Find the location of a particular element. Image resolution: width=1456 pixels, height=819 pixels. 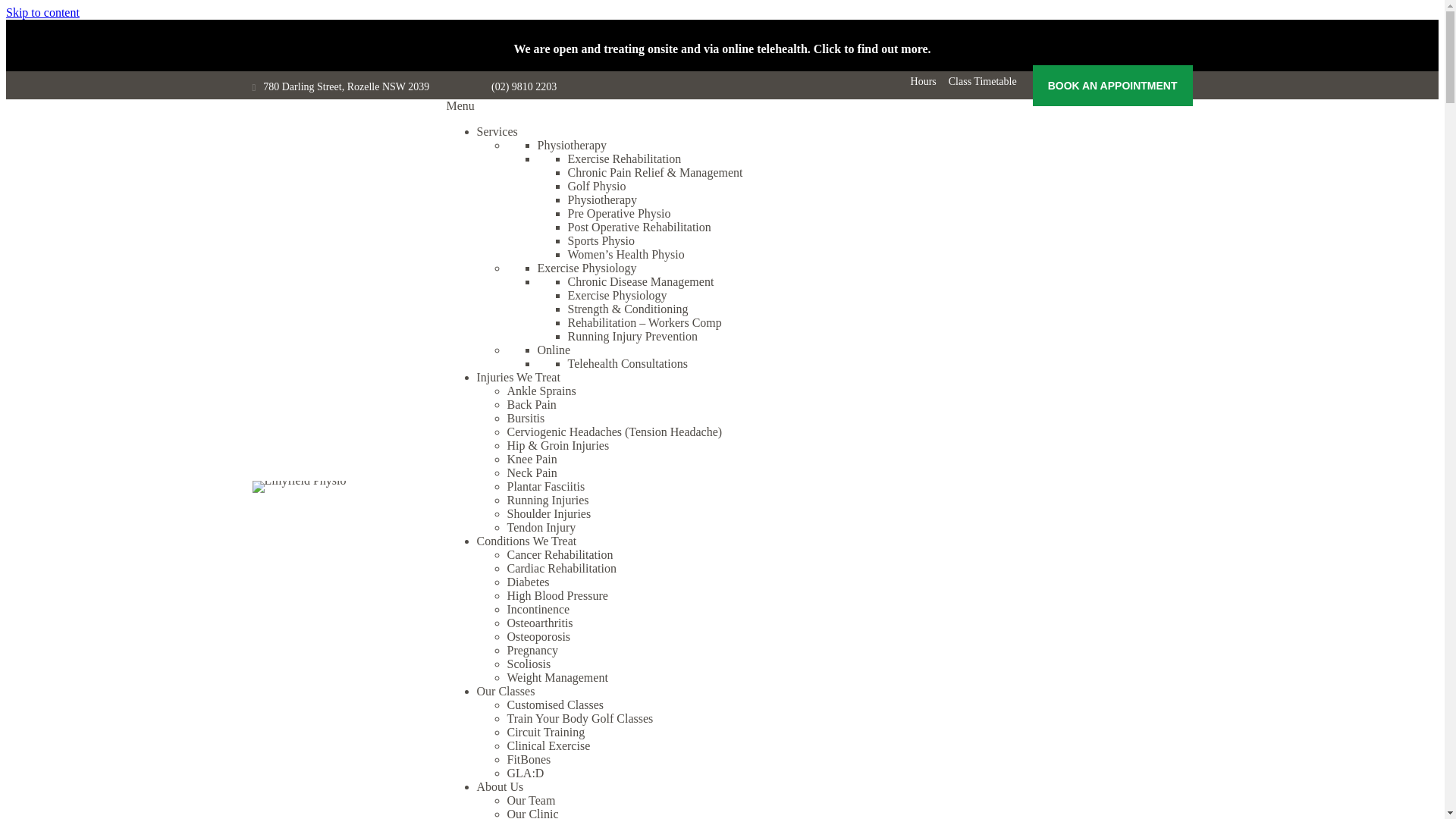

'Telehealth Consultations' is located at coordinates (626, 363).